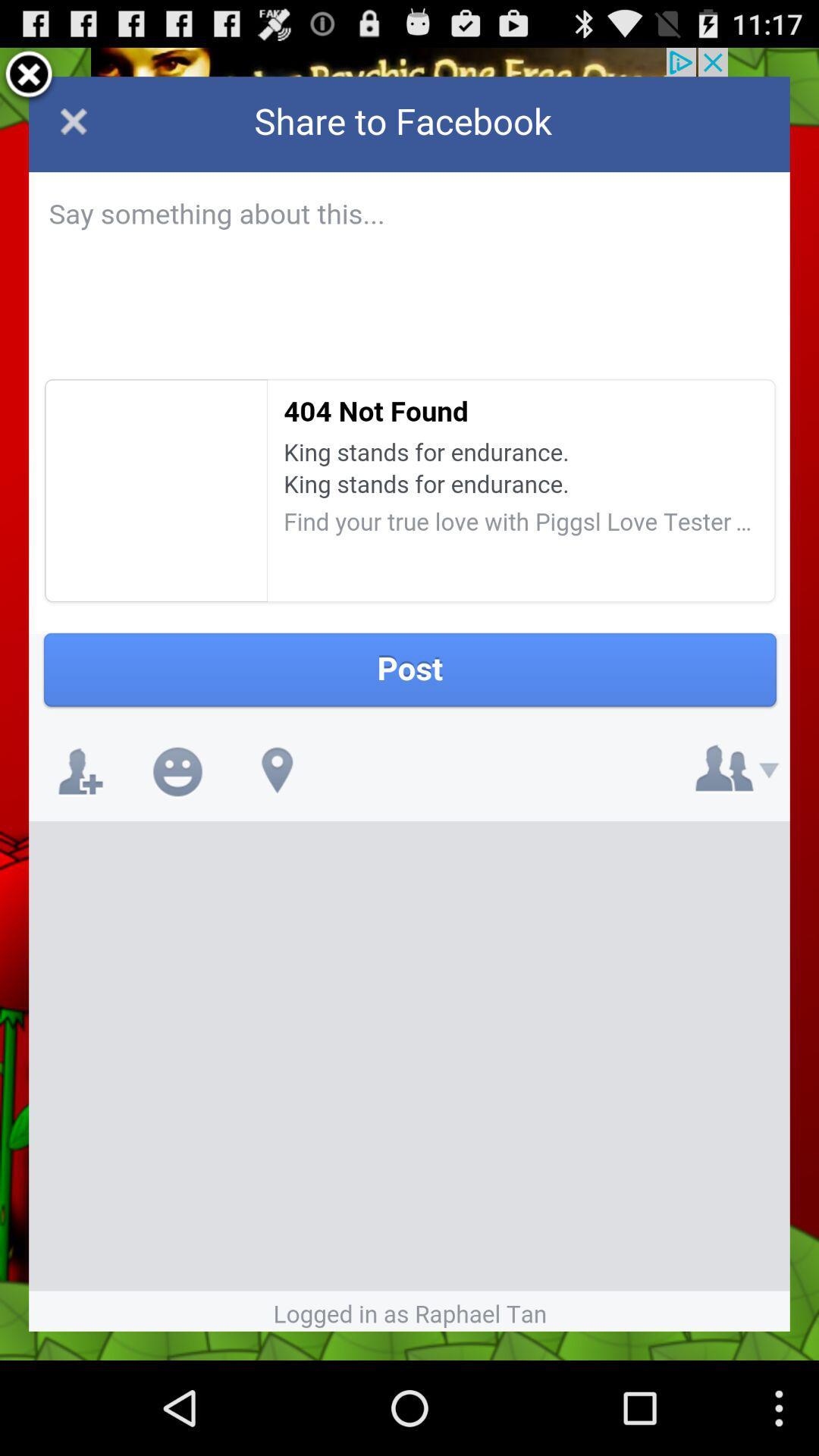  What do you see at coordinates (409, 703) in the screenshot?
I see `share article` at bounding box center [409, 703].